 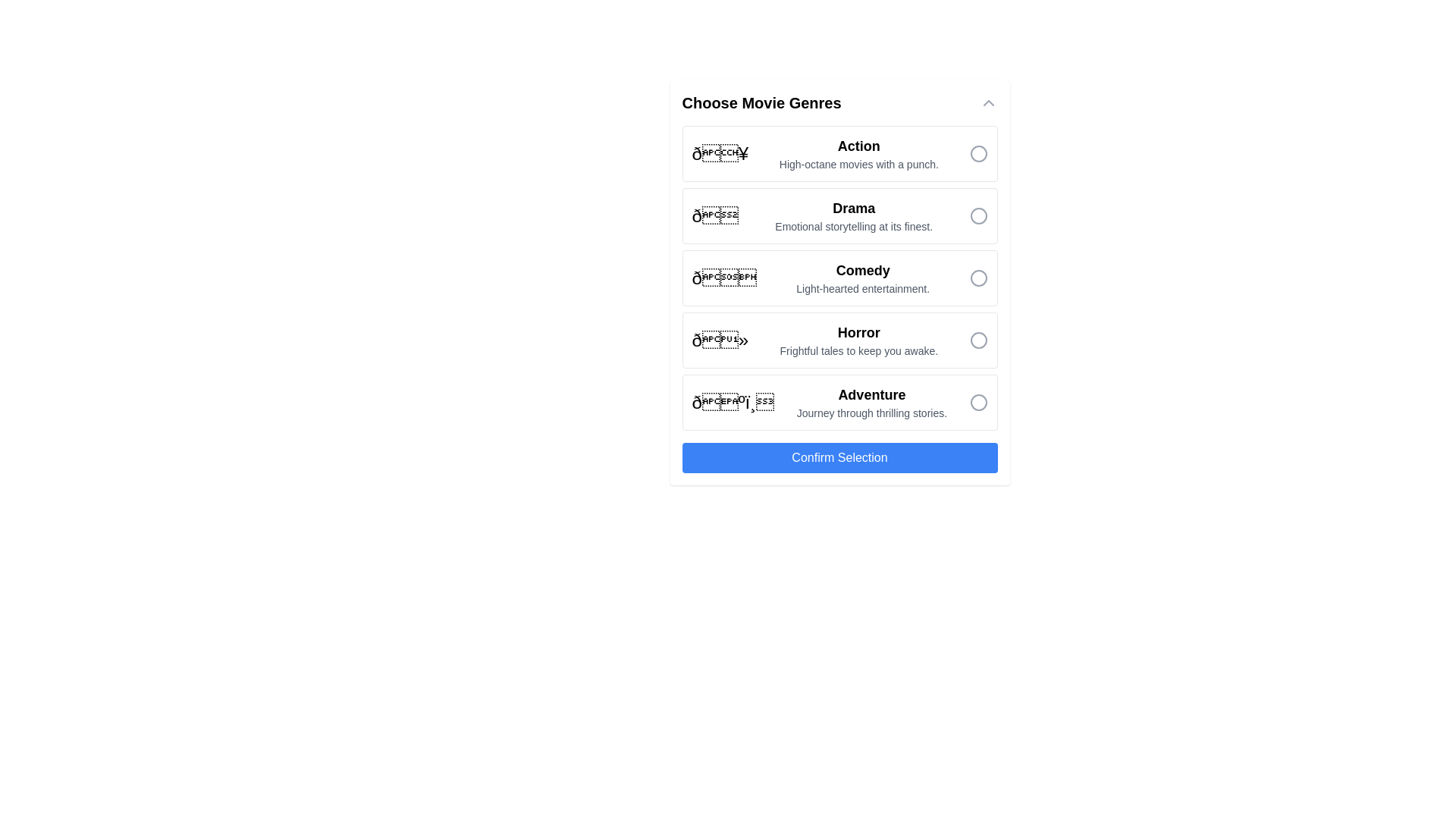 What do you see at coordinates (978, 278) in the screenshot?
I see `the gray circular radio button on the far-right of the 'Comedy' list item` at bounding box center [978, 278].